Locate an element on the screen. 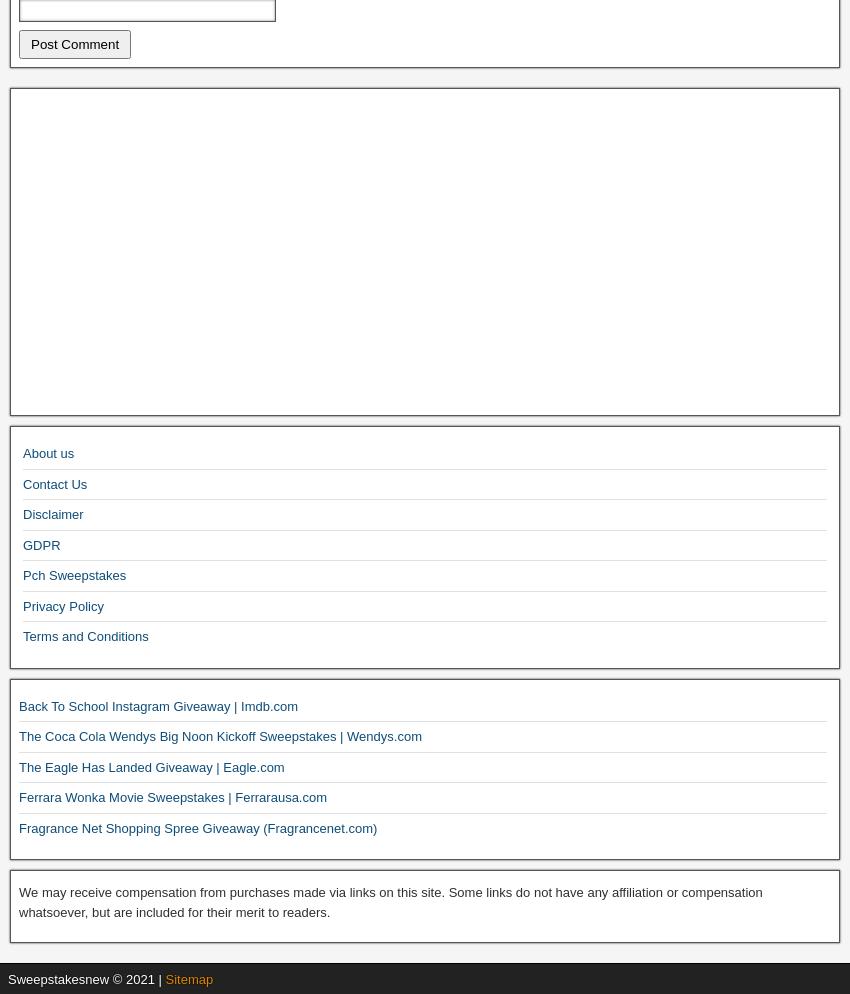 This screenshot has height=994, width=850. 'Fragrance Net Shopping Spree Giveaway (Fragrancenet.com)' is located at coordinates (196, 826).